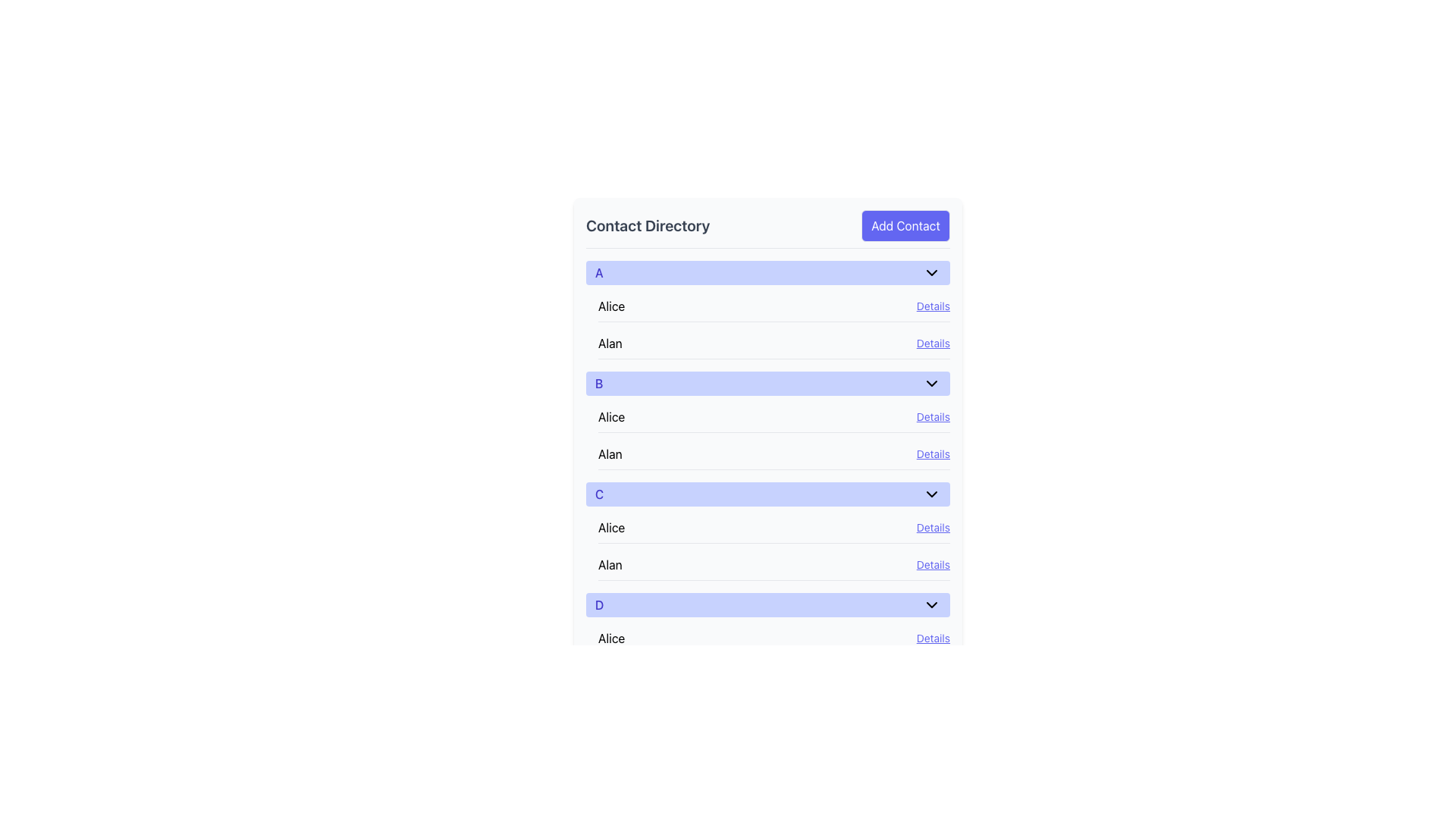 This screenshot has height=819, width=1456. Describe the element at coordinates (611, 638) in the screenshot. I see `the bold text label reading 'Alice'` at that location.